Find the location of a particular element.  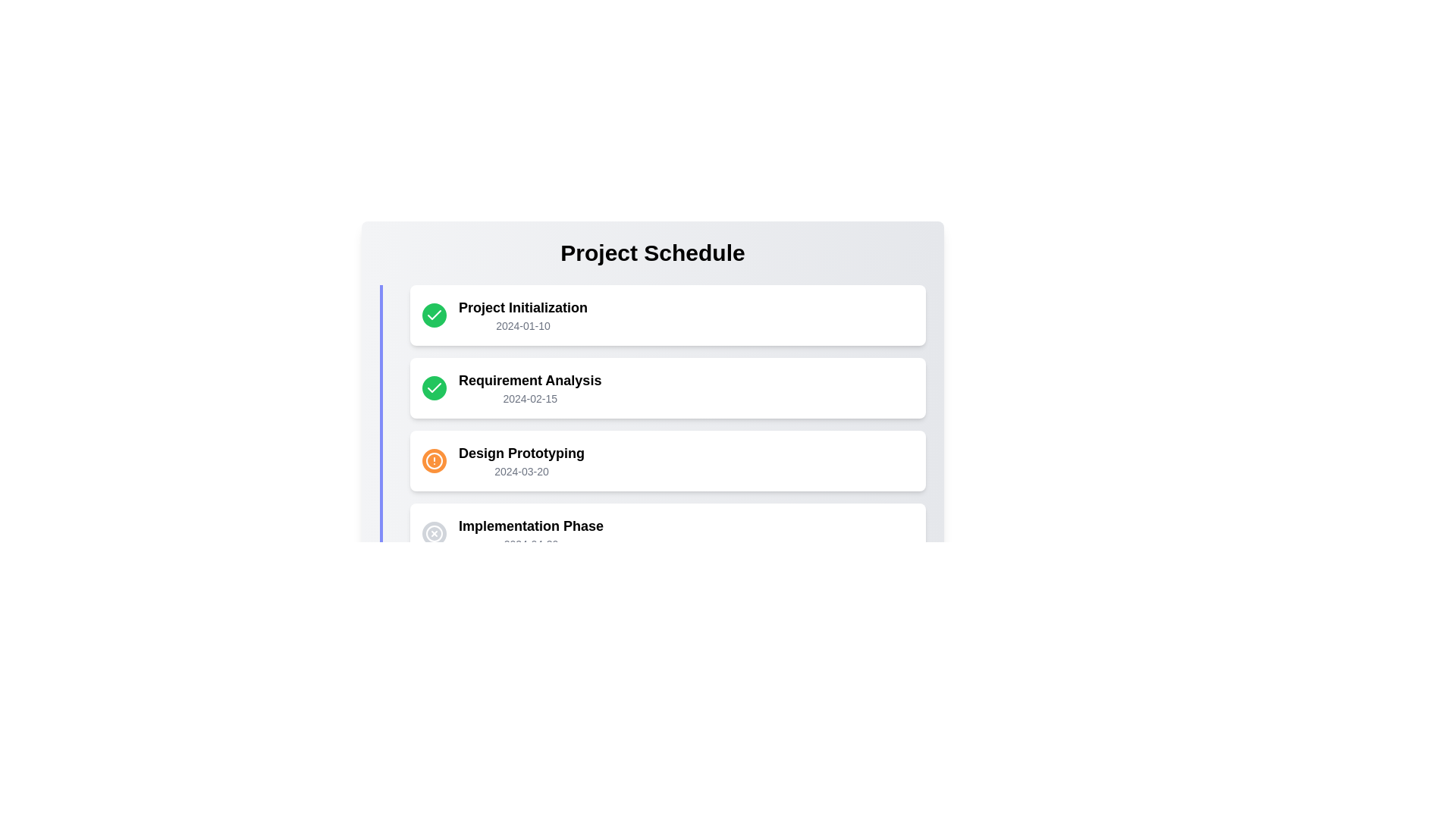

the Composite text element displaying 'Design Prototyping' within the card component, which is right-aligned with an orange circular icon to its left is located at coordinates (521, 460).